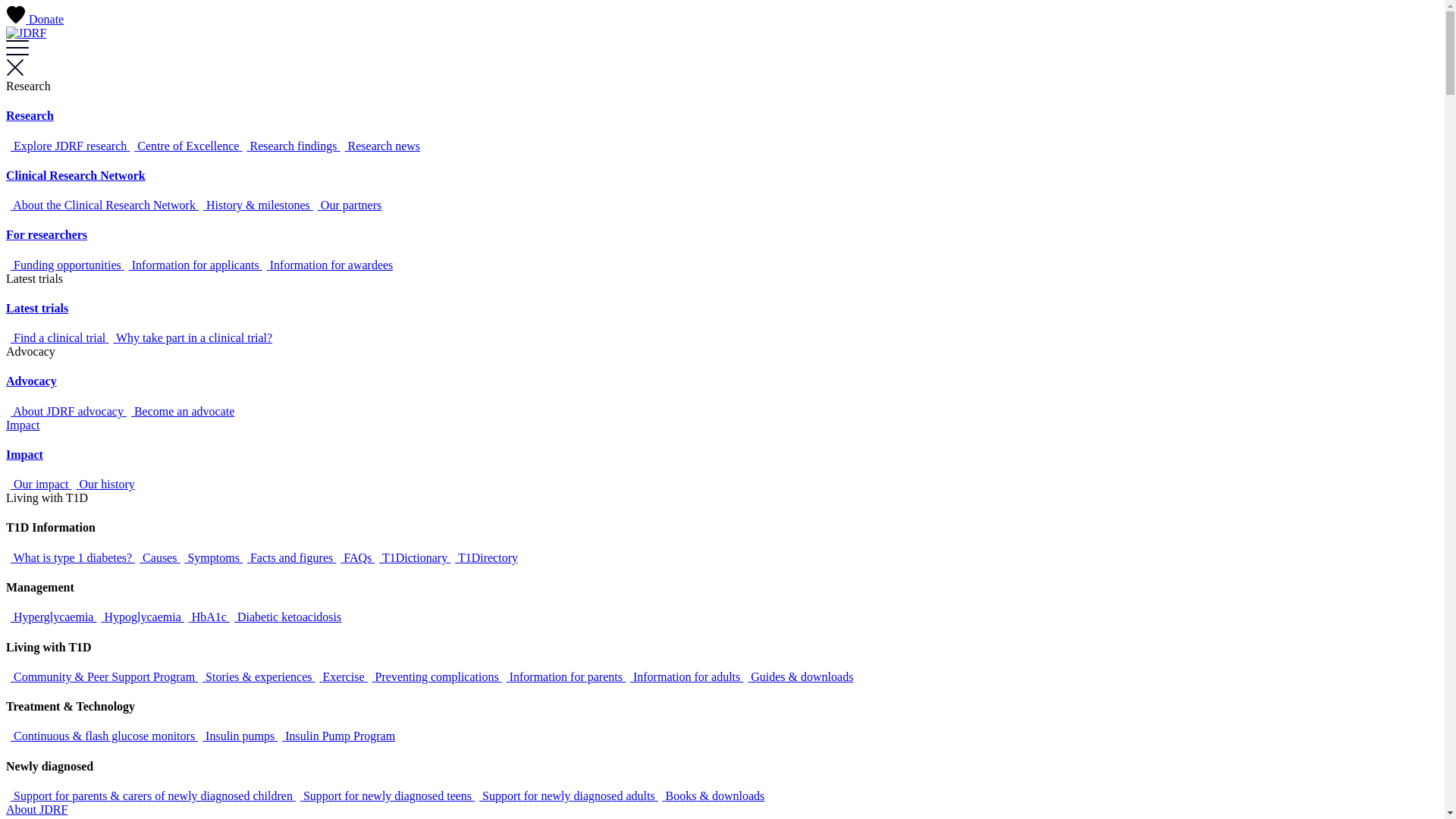 The height and width of the screenshot is (819, 1456). What do you see at coordinates (385, 795) in the screenshot?
I see `'Support for newly diagnosed teens'` at bounding box center [385, 795].